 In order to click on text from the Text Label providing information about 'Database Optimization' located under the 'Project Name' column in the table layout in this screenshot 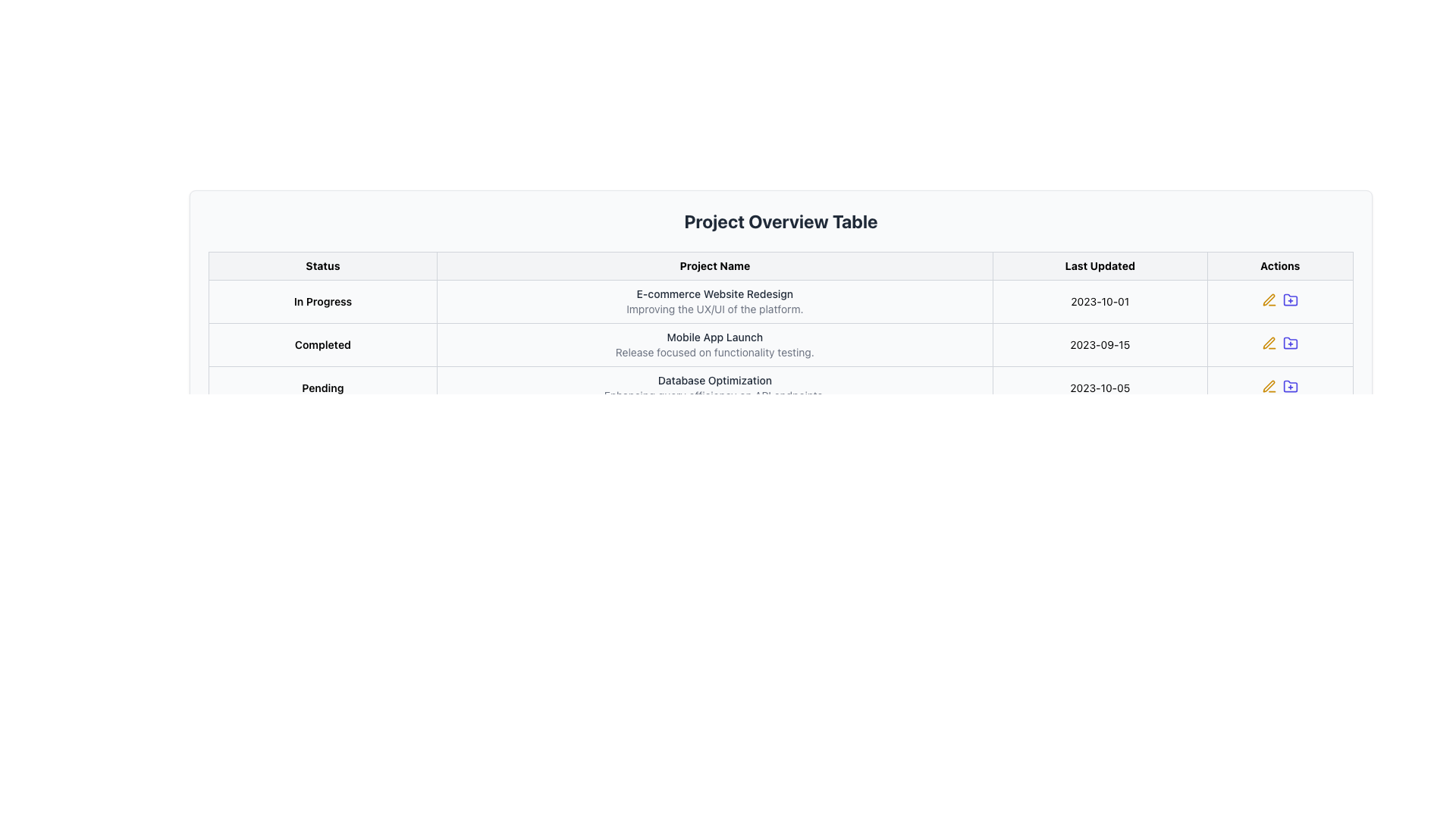, I will do `click(714, 394)`.